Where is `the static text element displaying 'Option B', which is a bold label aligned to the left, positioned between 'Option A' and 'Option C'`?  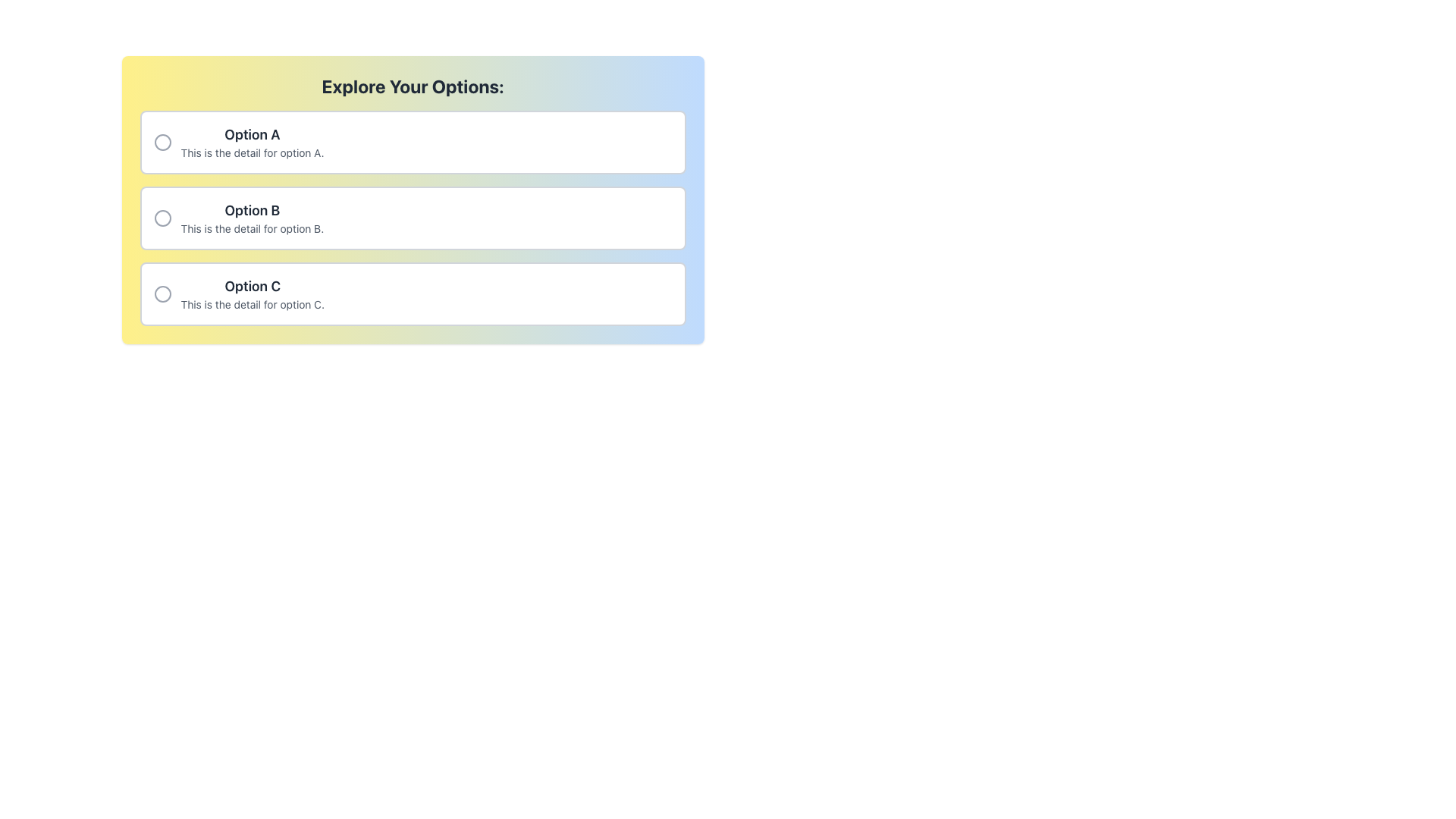
the static text element displaying 'Option B', which is a bold label aligned to the left, positioned between 'Option A' and 'Option C' is located at coordinates (252, 210).